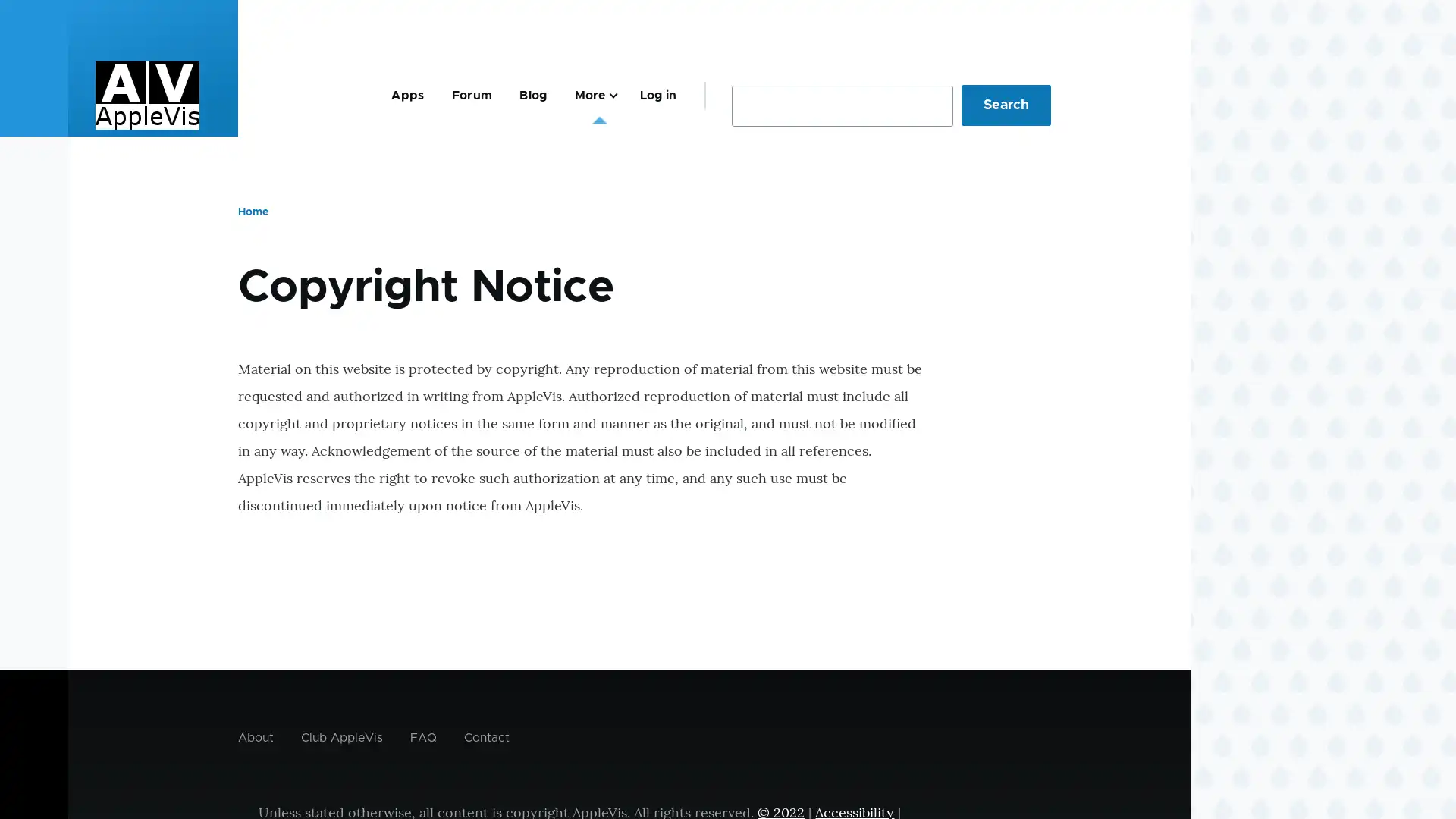 The image size is (1456, 819). I want to click on More, so click(592, 95).